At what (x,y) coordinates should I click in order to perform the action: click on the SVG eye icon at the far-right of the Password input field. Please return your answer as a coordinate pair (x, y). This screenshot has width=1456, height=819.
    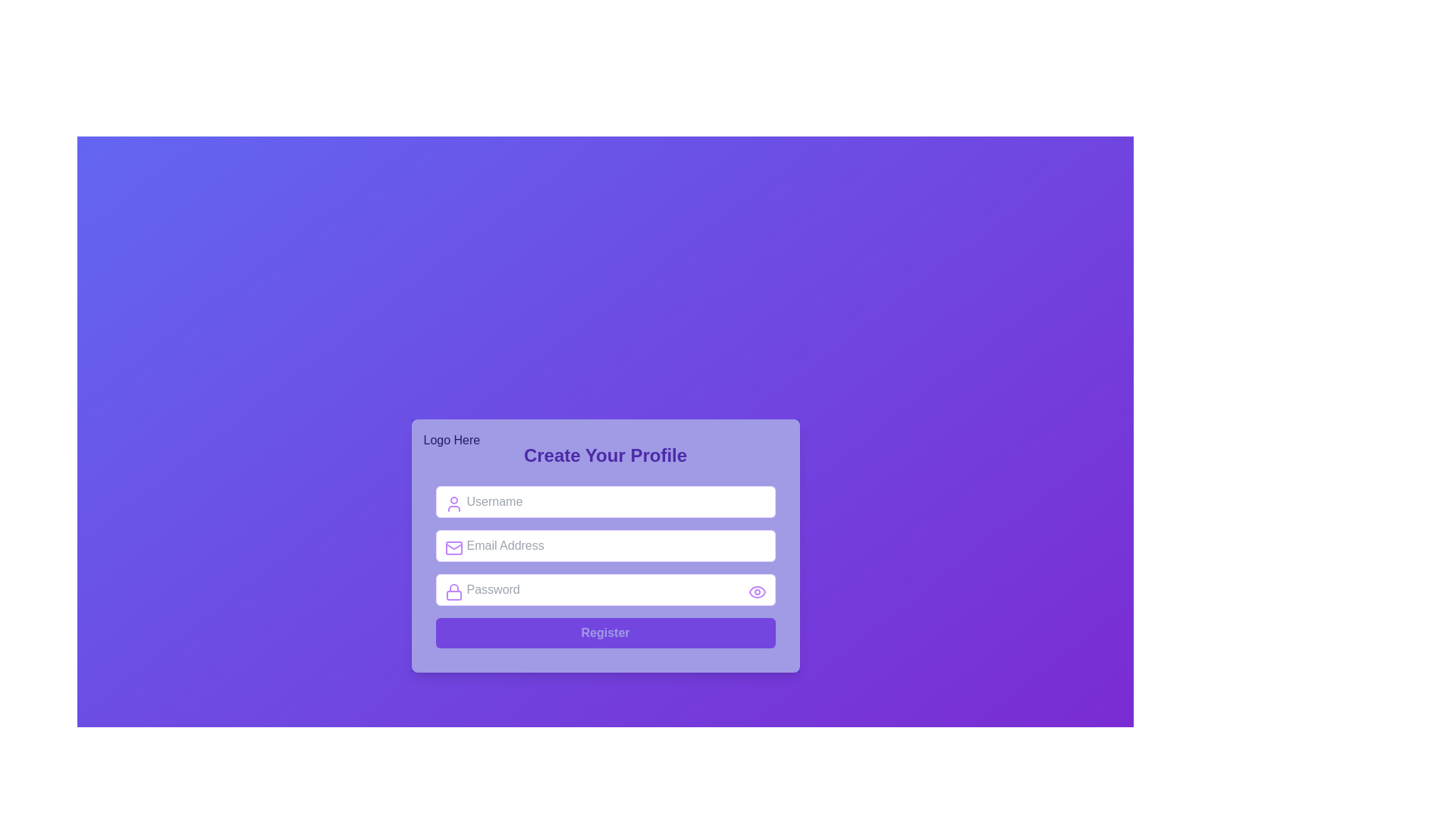
    Looking at the image, I should click on (757, 591).